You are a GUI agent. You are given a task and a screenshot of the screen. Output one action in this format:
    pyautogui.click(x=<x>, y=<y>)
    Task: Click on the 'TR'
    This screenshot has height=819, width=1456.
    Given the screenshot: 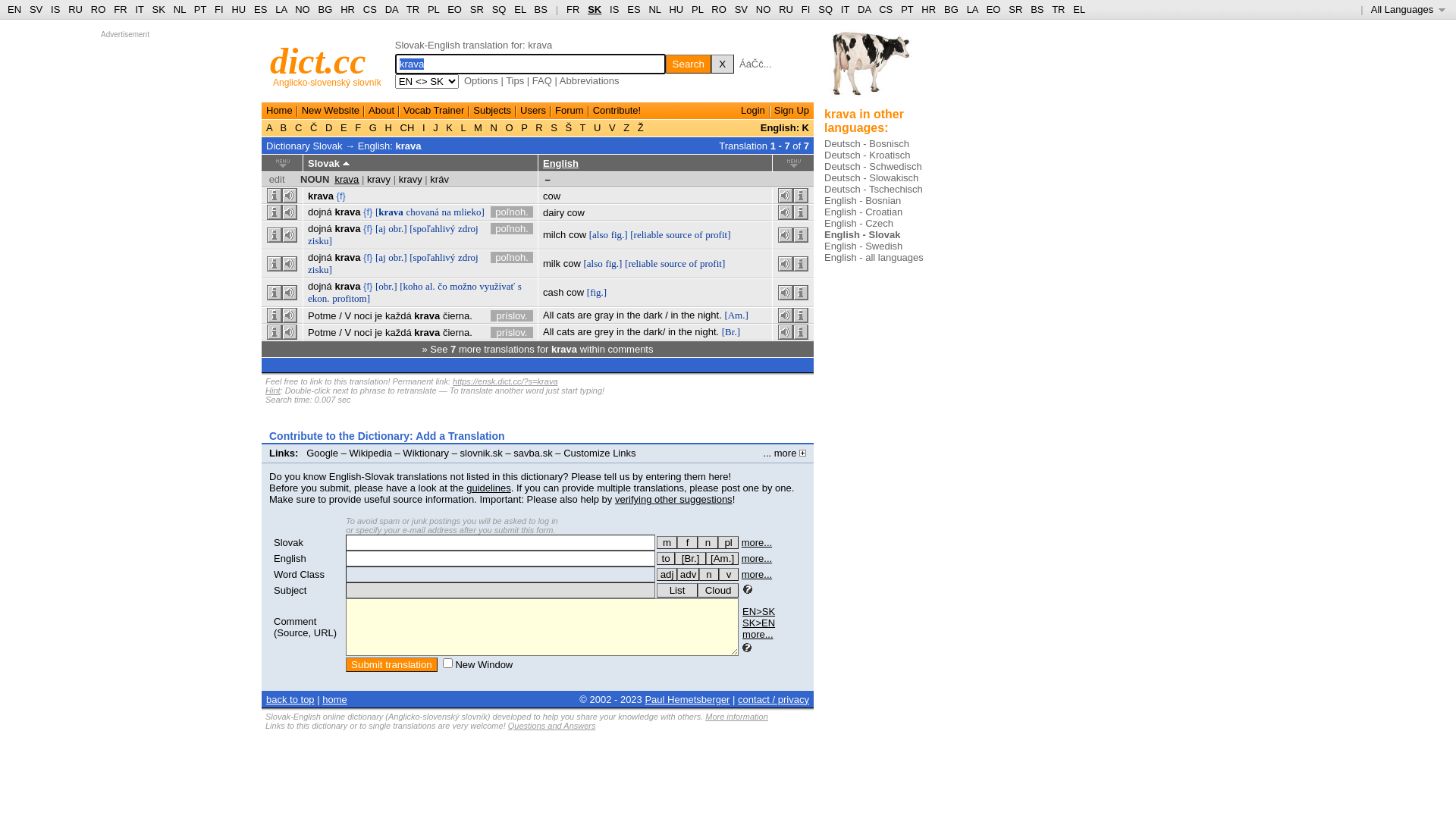 What is the action you would take?
    pyautogui.click(x=413, y=9)
    